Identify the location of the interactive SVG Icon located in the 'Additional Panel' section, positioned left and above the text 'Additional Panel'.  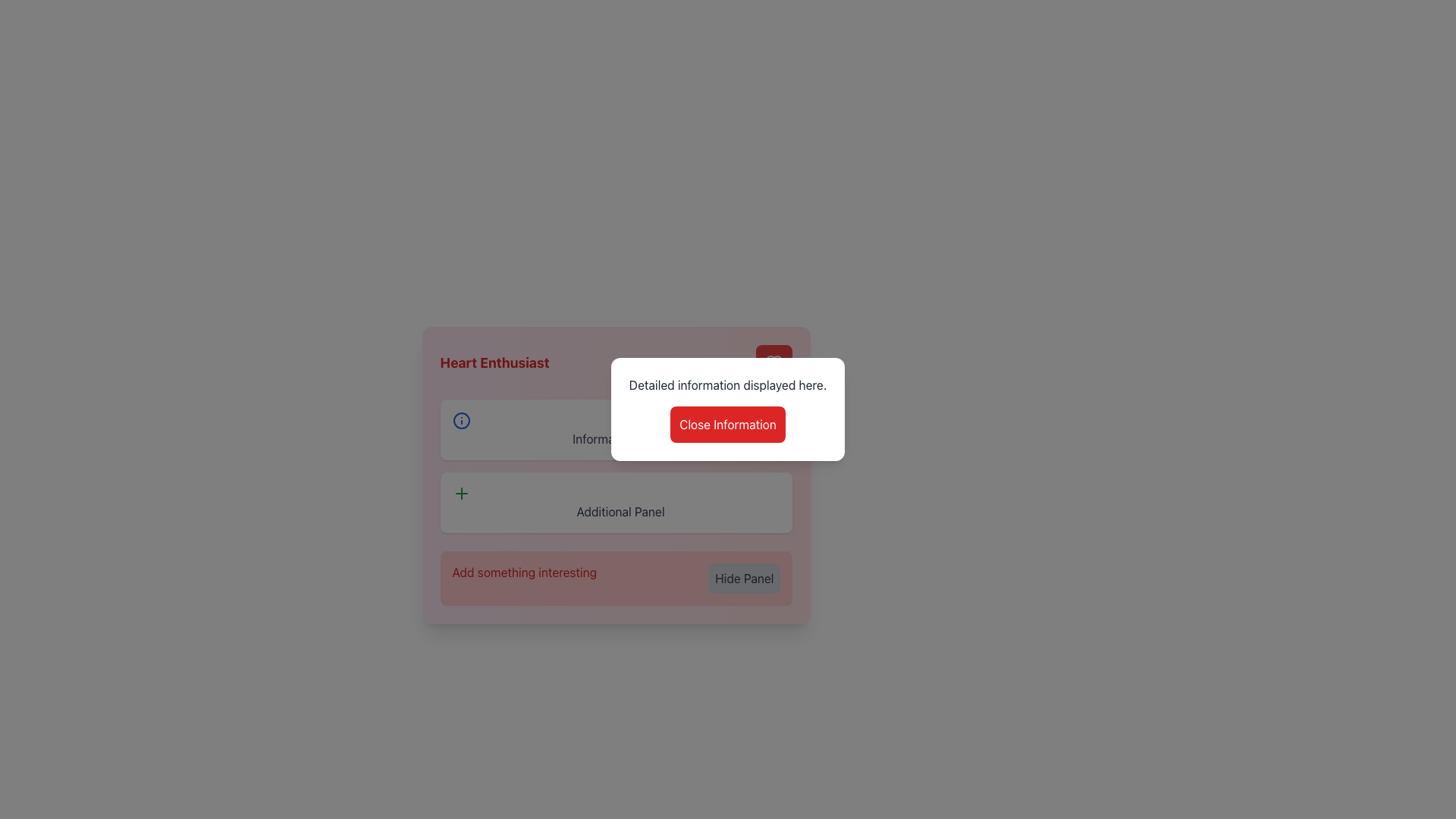
(460, 494).